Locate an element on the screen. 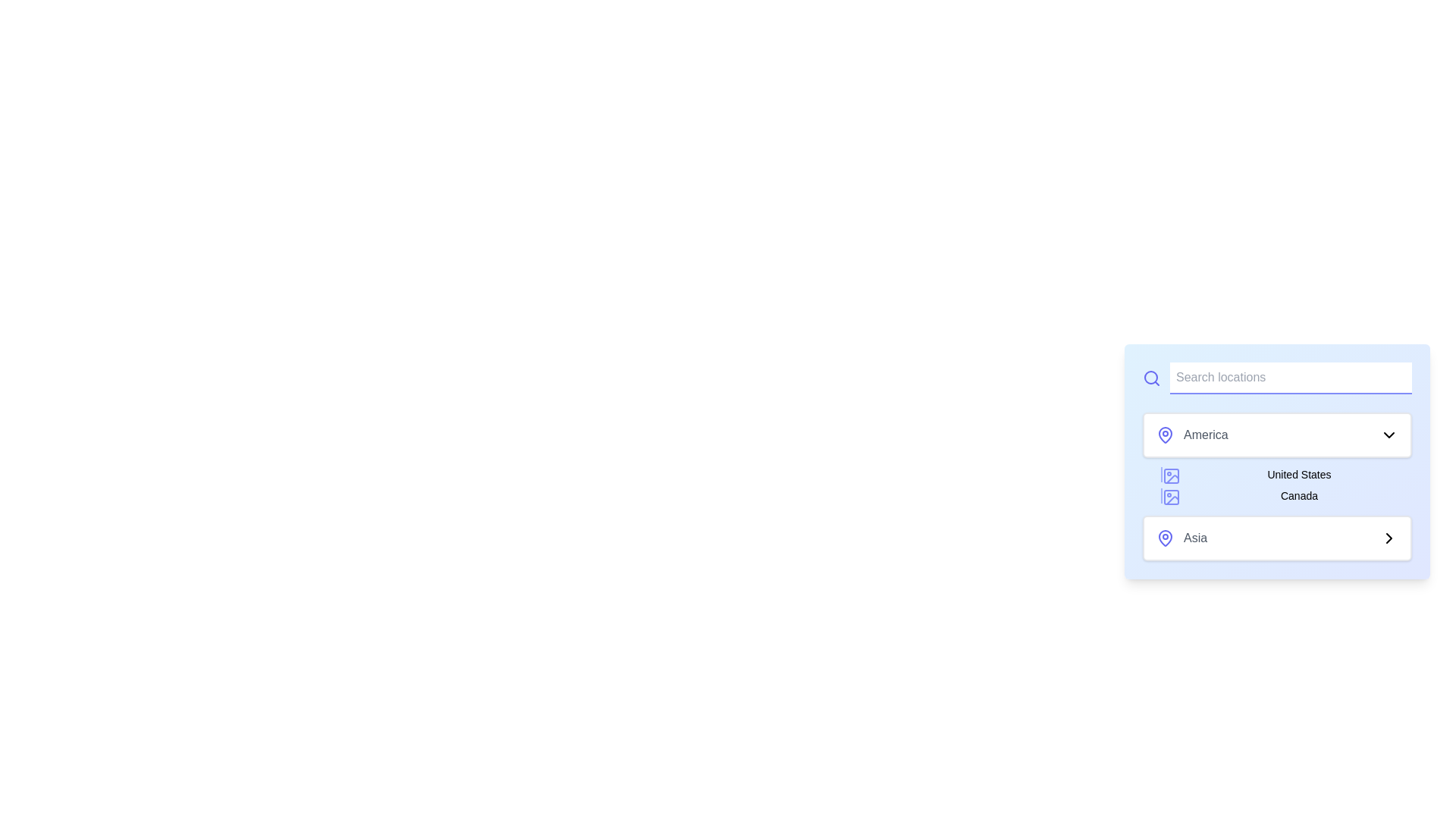 This screenshot has height=819, width=1456. the text label reading 'America', which is styled in gray and positioned to the right of a blue map-pin icon within a dropdown section is located at coordinates (1205, 435).